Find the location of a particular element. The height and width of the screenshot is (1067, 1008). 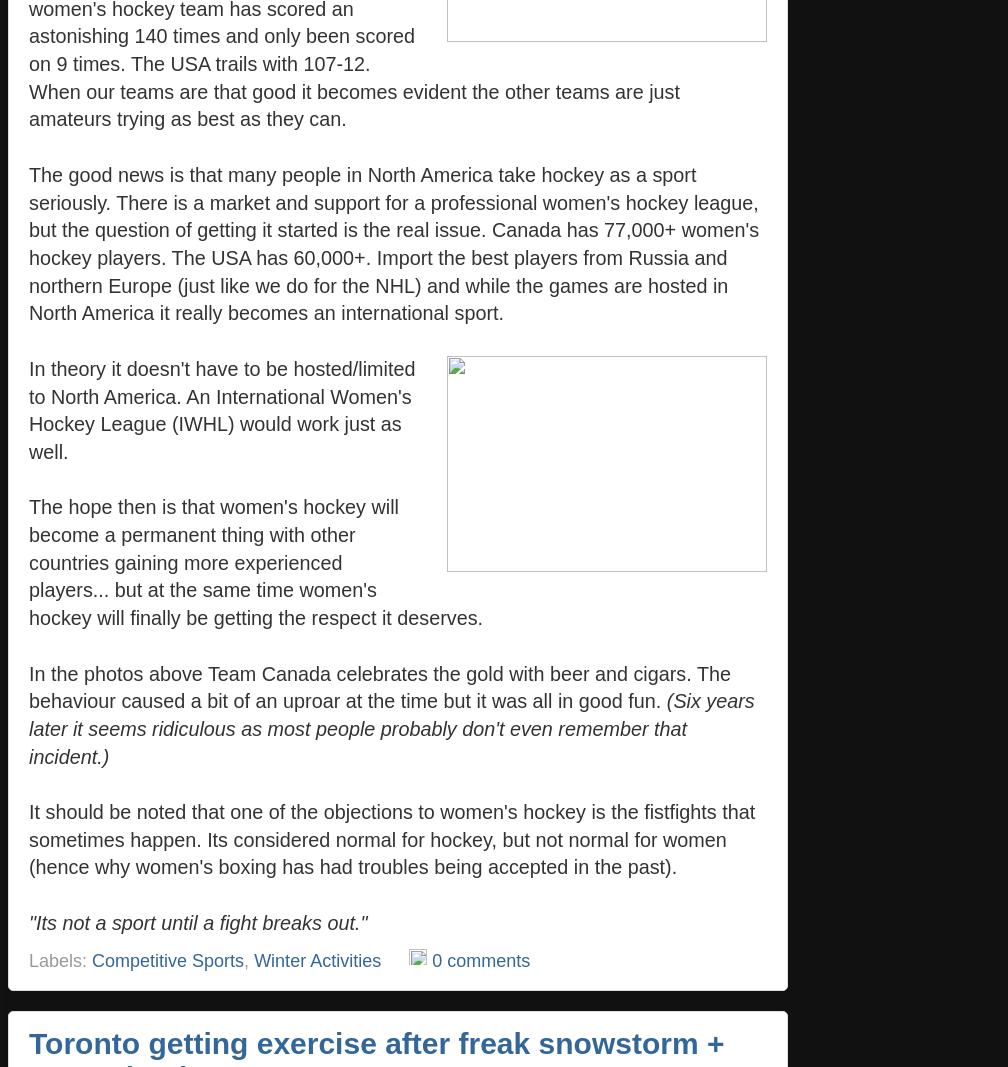

'"Its not a sport until a fight breaks out."' is located at coordinates (197, 921).